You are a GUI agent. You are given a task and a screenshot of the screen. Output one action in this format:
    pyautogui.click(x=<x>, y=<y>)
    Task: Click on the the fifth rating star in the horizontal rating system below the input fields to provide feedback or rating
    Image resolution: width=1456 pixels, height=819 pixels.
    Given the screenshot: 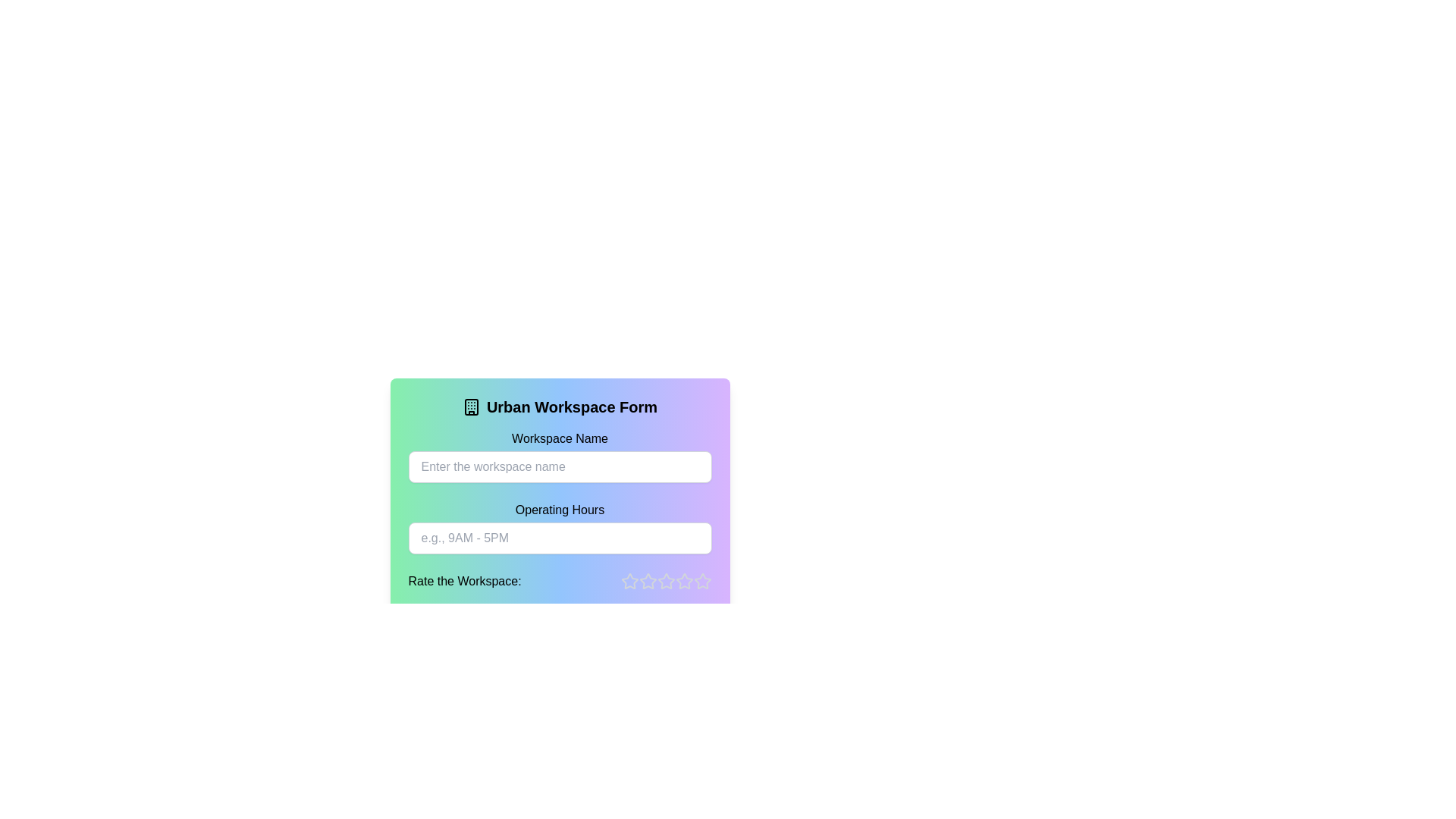 What is the action you would take?
    pyautogui.click(x=701, y=580)
    